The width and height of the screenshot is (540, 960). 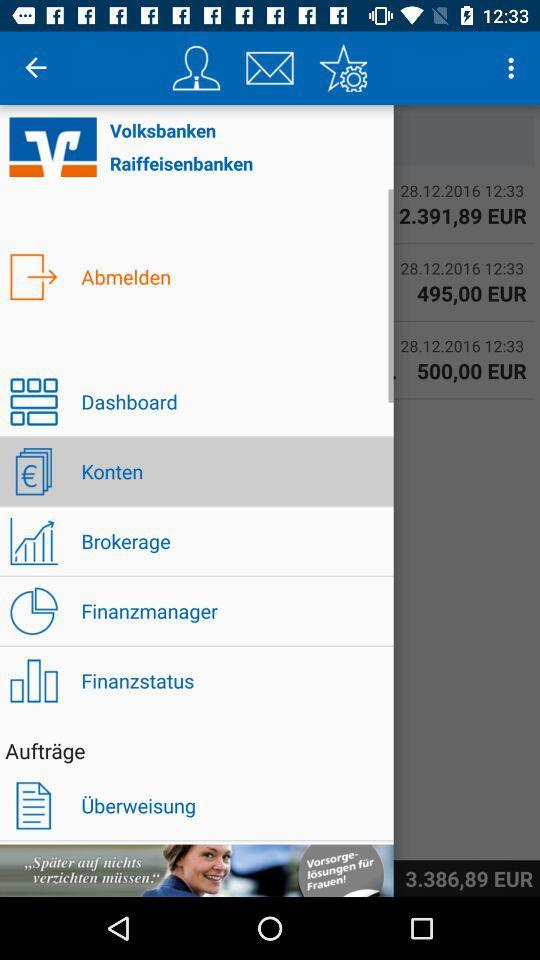 I want to click on the setting icon which is beside the message box, so click(x=342, y=68).